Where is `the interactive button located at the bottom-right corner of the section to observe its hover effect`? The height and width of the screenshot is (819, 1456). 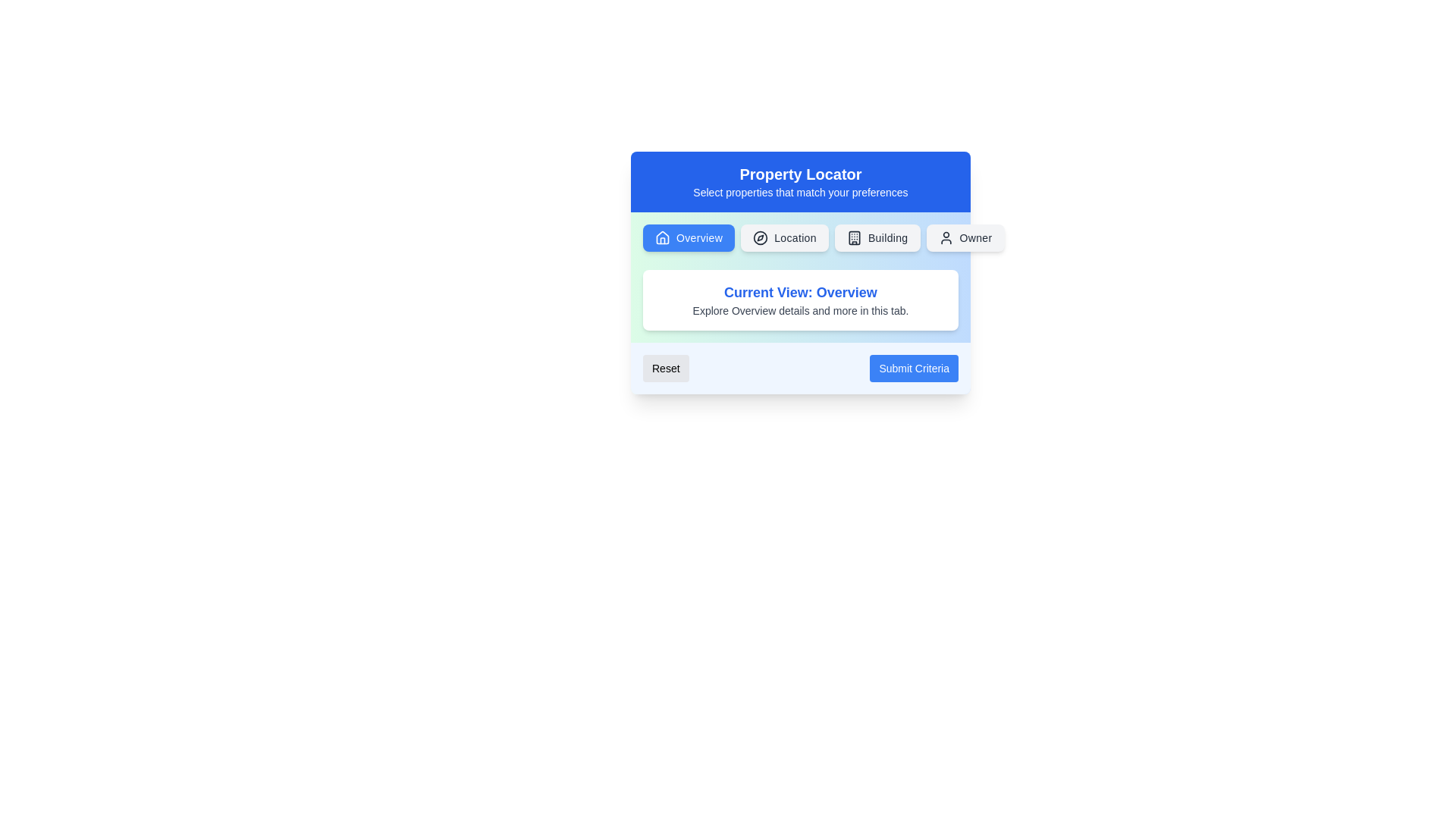 the interactive button located at the bottom-right corner of the section to observe its hover effect is located at coordinates (913, 369).